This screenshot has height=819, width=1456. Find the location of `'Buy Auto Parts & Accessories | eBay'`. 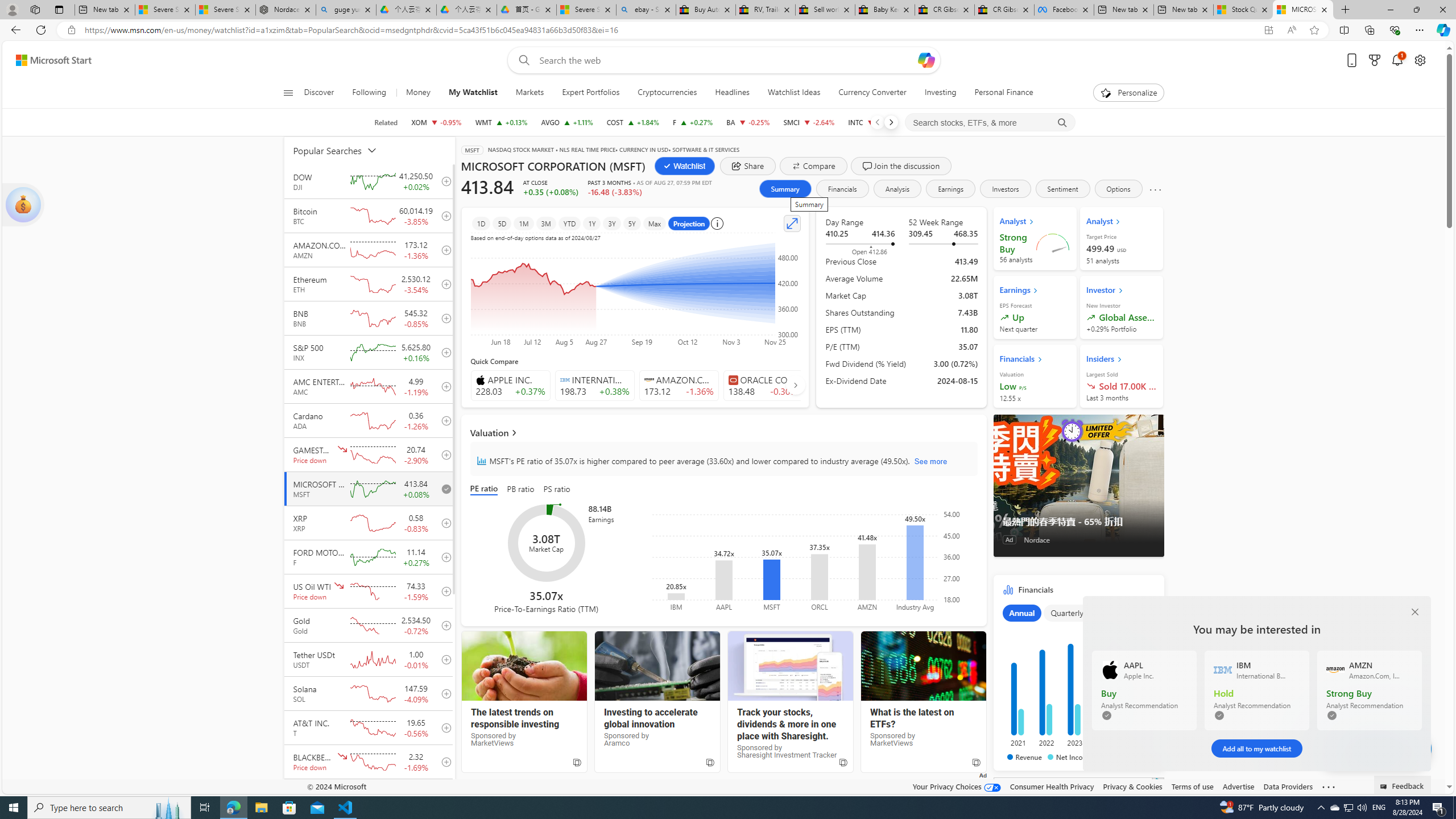

'Buy Auto Parts & Accessories | eBay' is located at coordinates (705, 9).